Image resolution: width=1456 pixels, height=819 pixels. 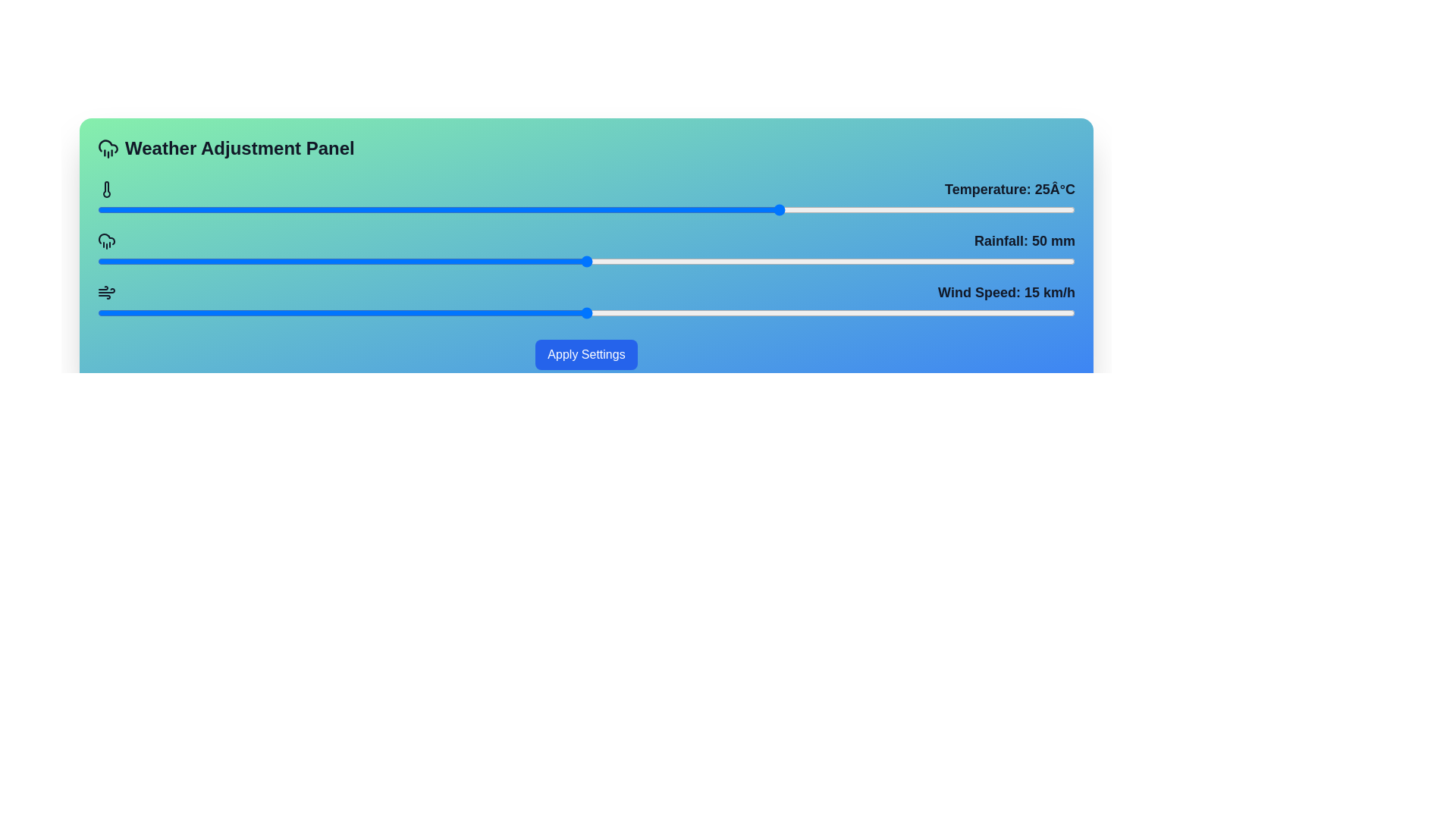 I want to click on the wind speed, so click(x=521, y=312).